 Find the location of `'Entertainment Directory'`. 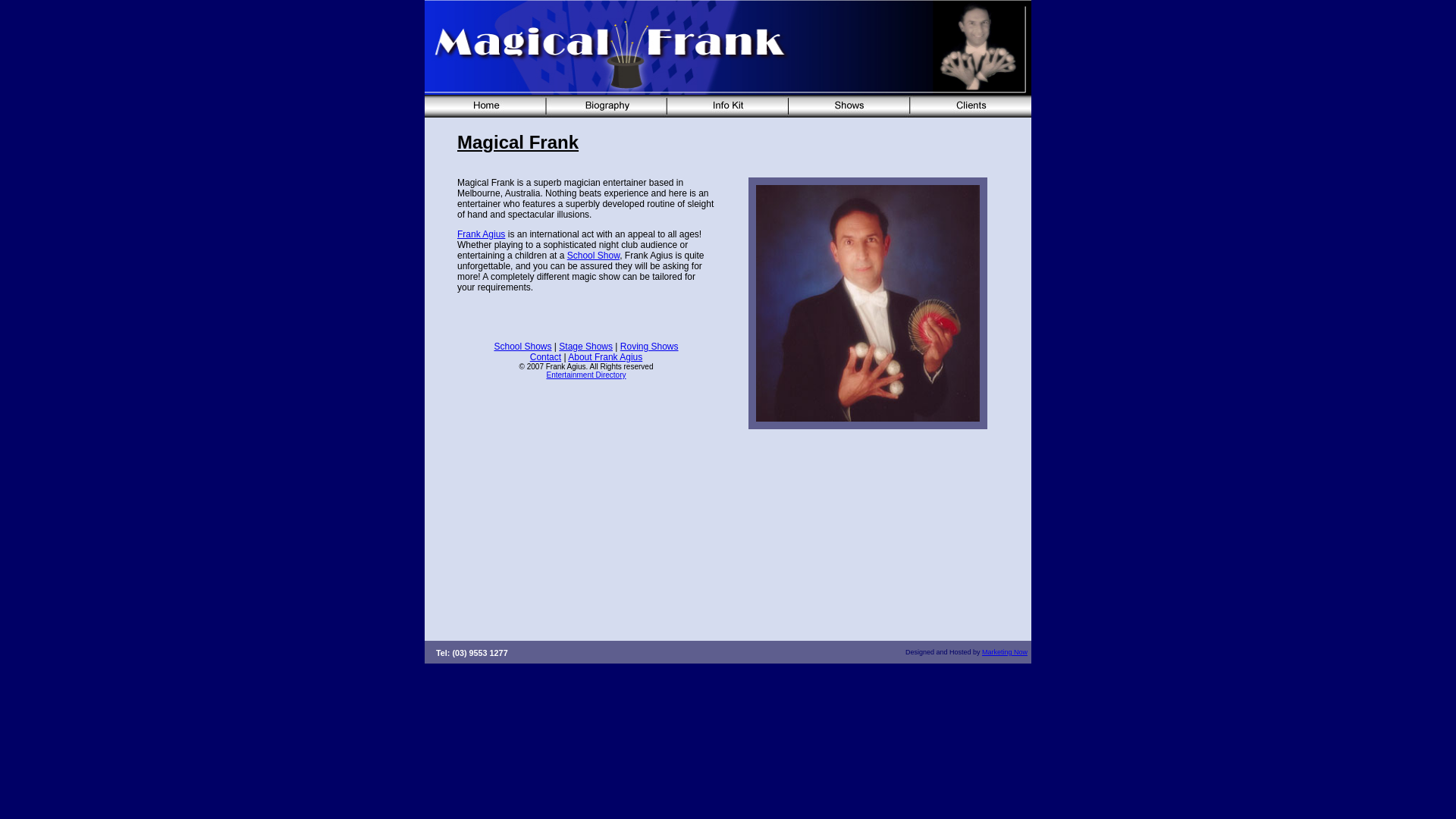

'Entertainment Directory' is located at coordinates (546, 375).